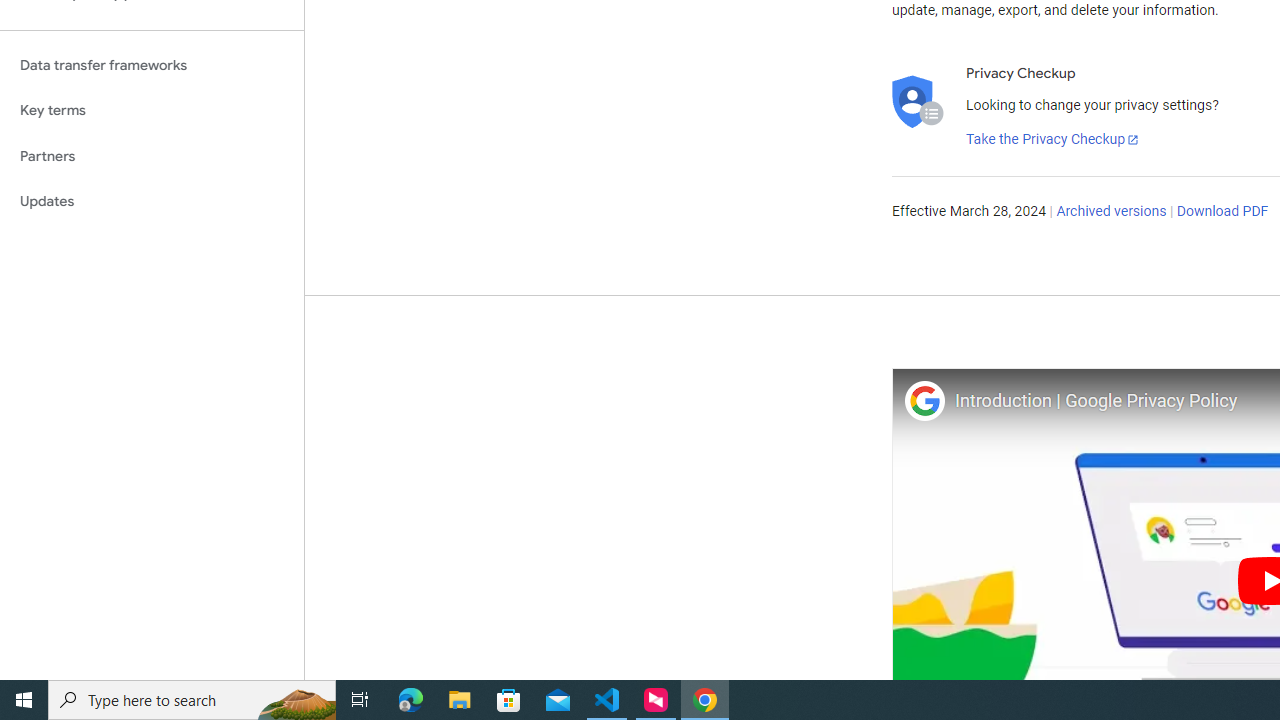 Image resolution: width=1280 pixels, height=720 pixels. Describe the element at coordinates (151, 110) in the screenshot. I see `'Key terms'` at that location.